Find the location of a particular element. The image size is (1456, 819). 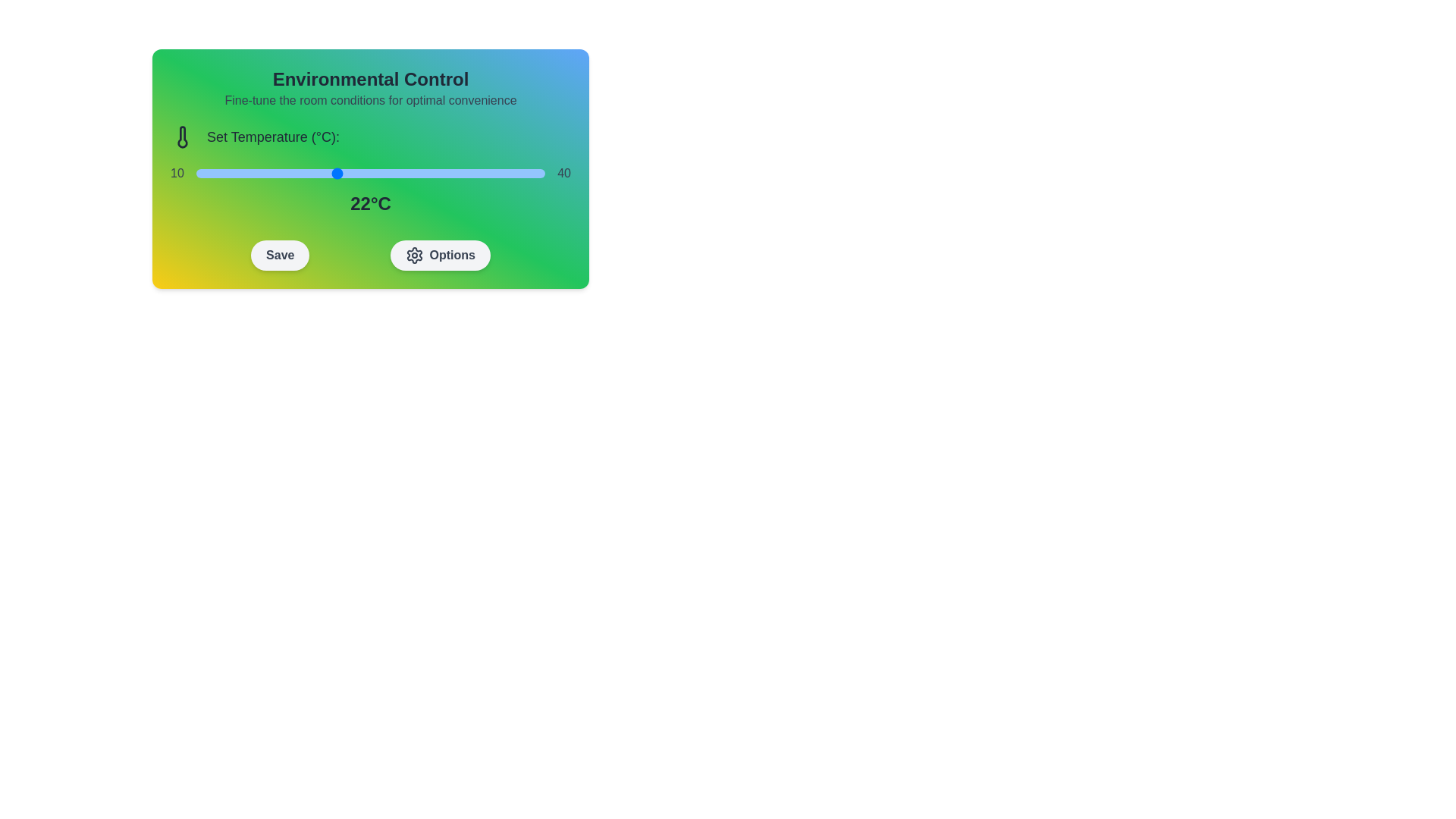

the movable circular knob of the temperature adjustment range slider, which is centrally positioned and flanked by labels '10' and '40' is located at coordinates (371, 172).